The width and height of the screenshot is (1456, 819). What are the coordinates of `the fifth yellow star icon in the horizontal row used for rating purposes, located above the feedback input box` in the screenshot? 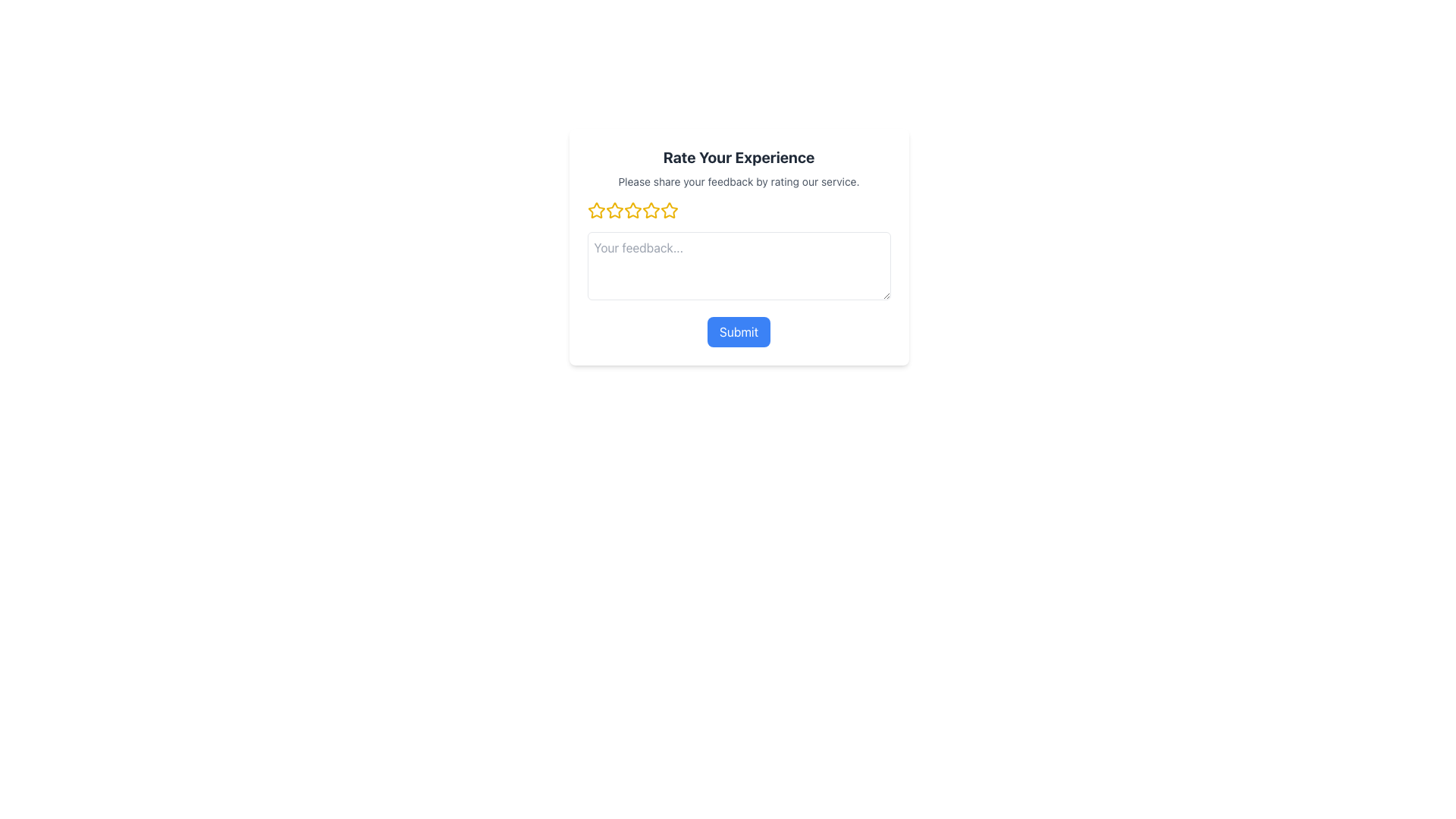 It's located at (668, 210).